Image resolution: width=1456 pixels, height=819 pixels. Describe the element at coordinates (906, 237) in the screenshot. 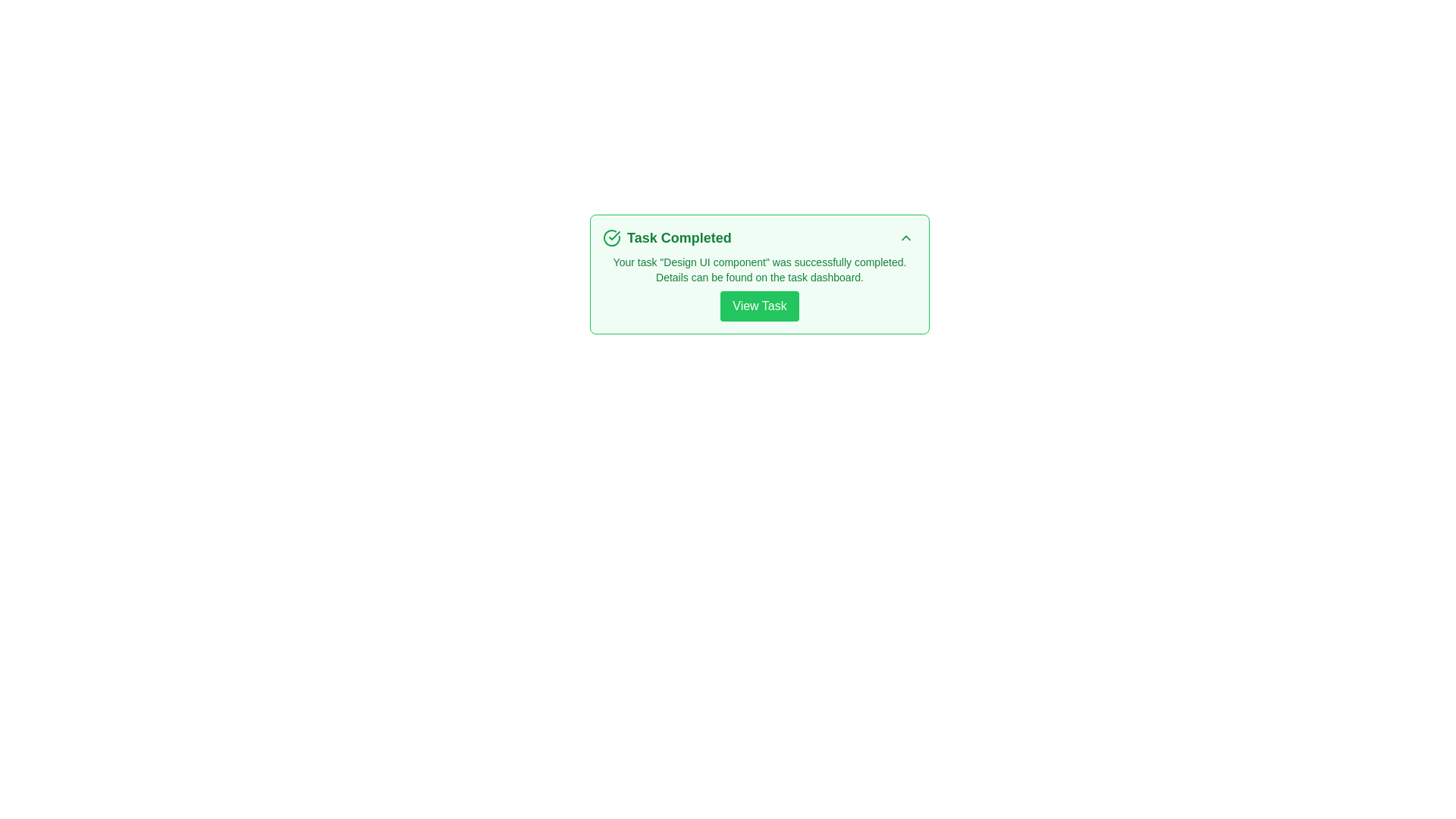

I see `the green chevron icon` at that location.